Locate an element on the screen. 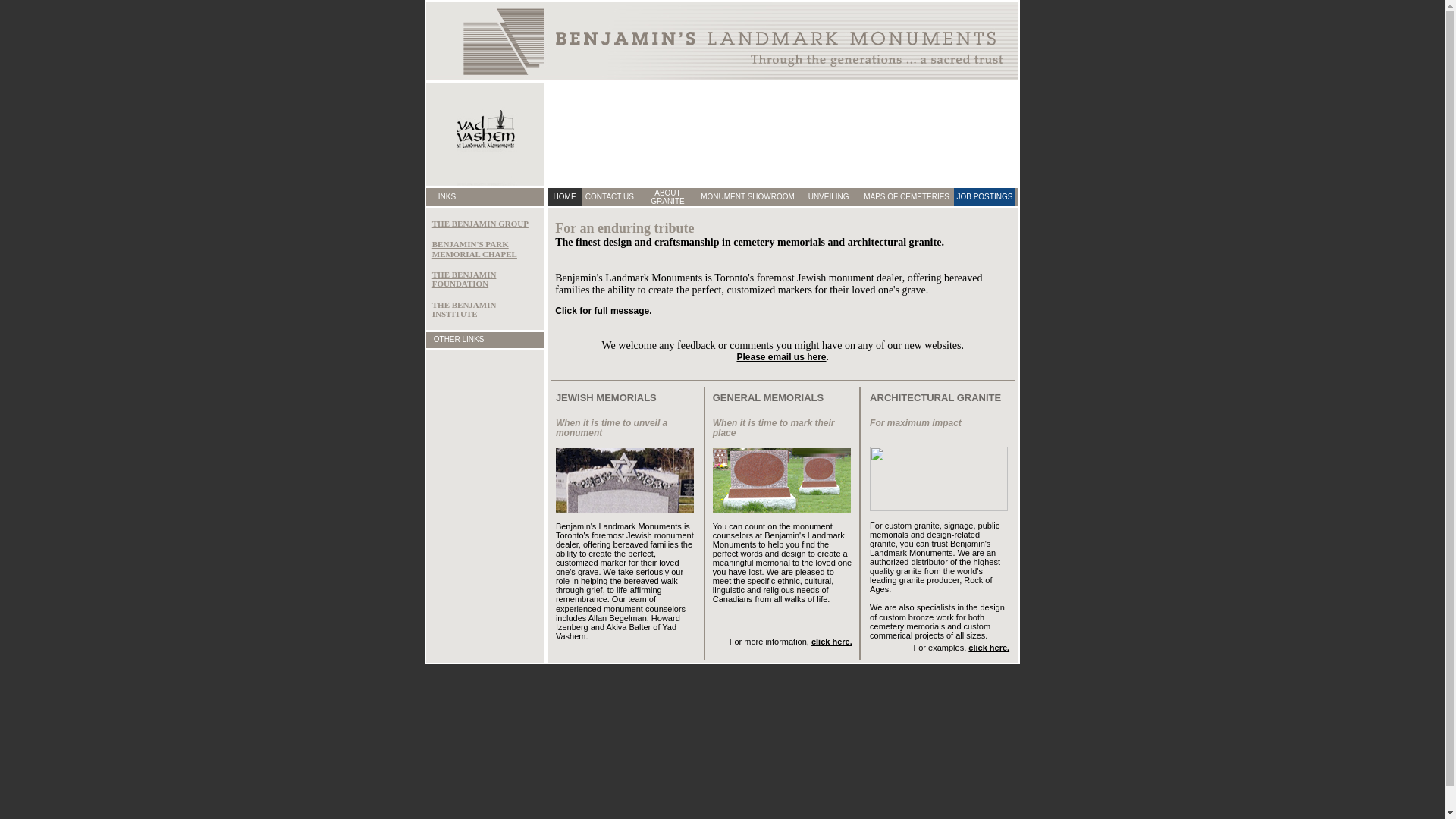 Image resolution: width=1456 pixels, height=819 pixels. 'click here.' is located at coordinates (989, 647).